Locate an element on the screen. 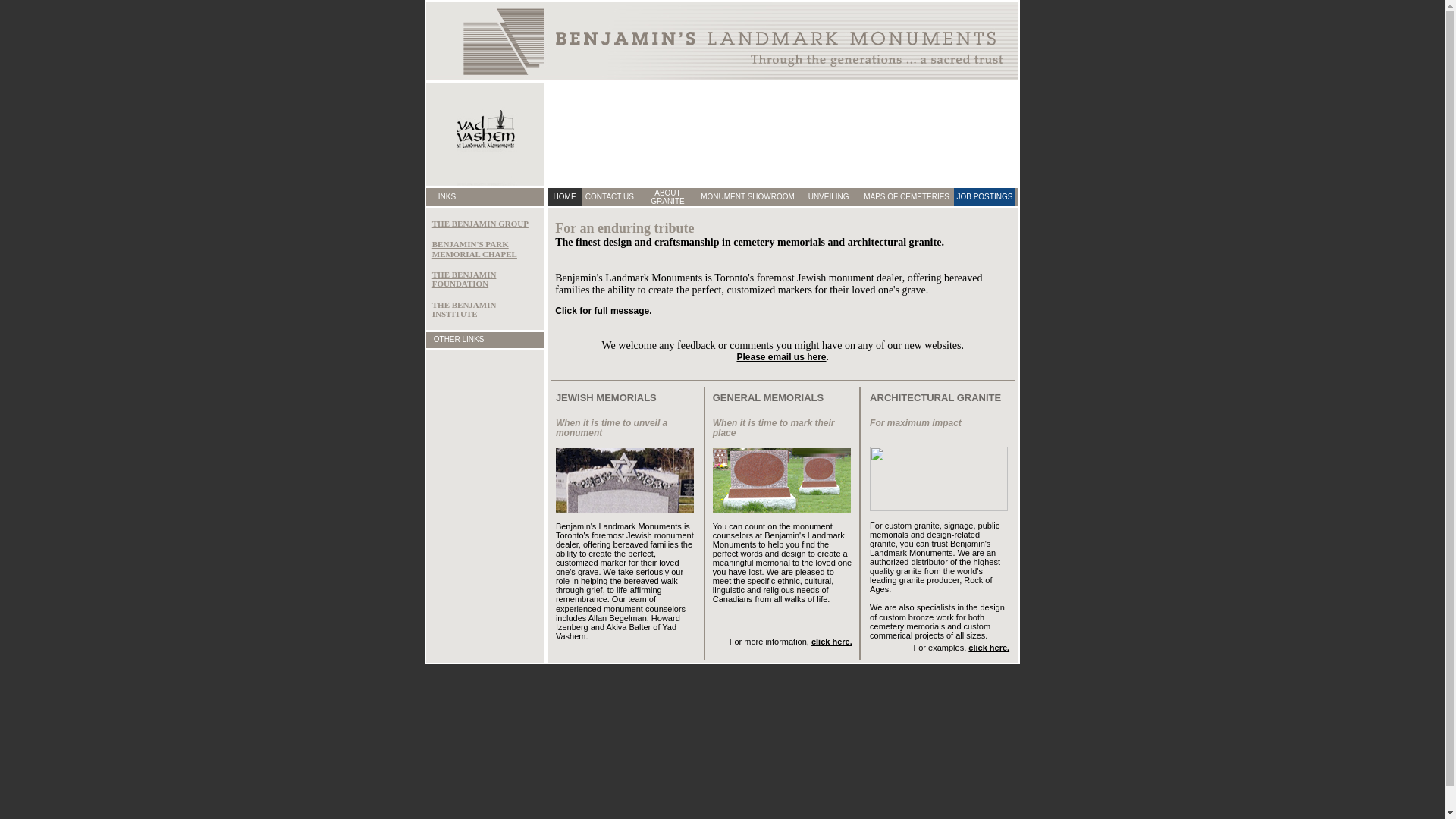 Image resolution: width=1456 pixels, height=819 pixels. 'click here.' is located at coordinates (989, 647).